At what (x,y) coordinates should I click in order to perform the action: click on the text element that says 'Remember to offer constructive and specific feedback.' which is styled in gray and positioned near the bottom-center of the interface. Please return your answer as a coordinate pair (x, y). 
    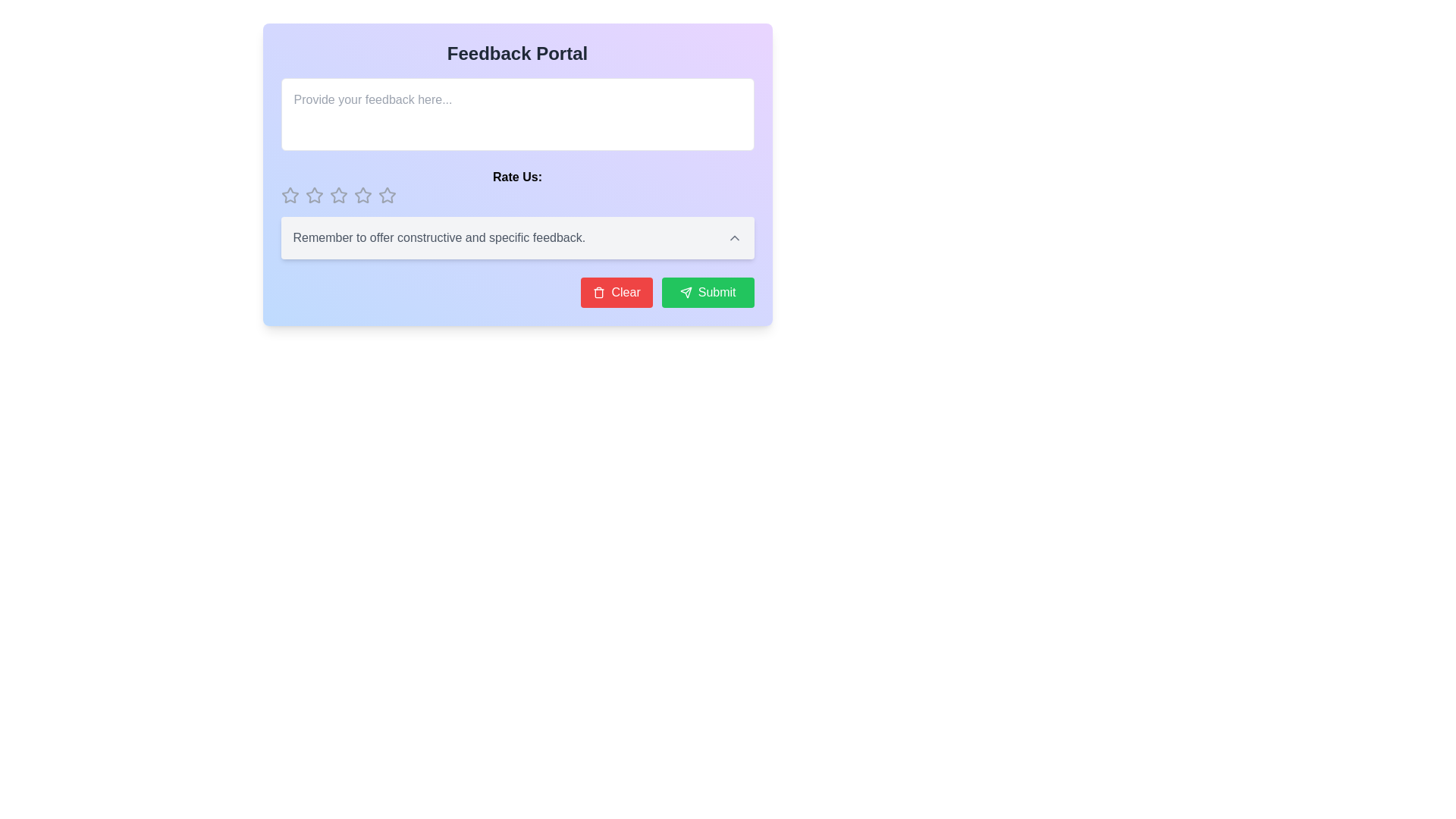
    Looking at the image, I should click on (517, 237).